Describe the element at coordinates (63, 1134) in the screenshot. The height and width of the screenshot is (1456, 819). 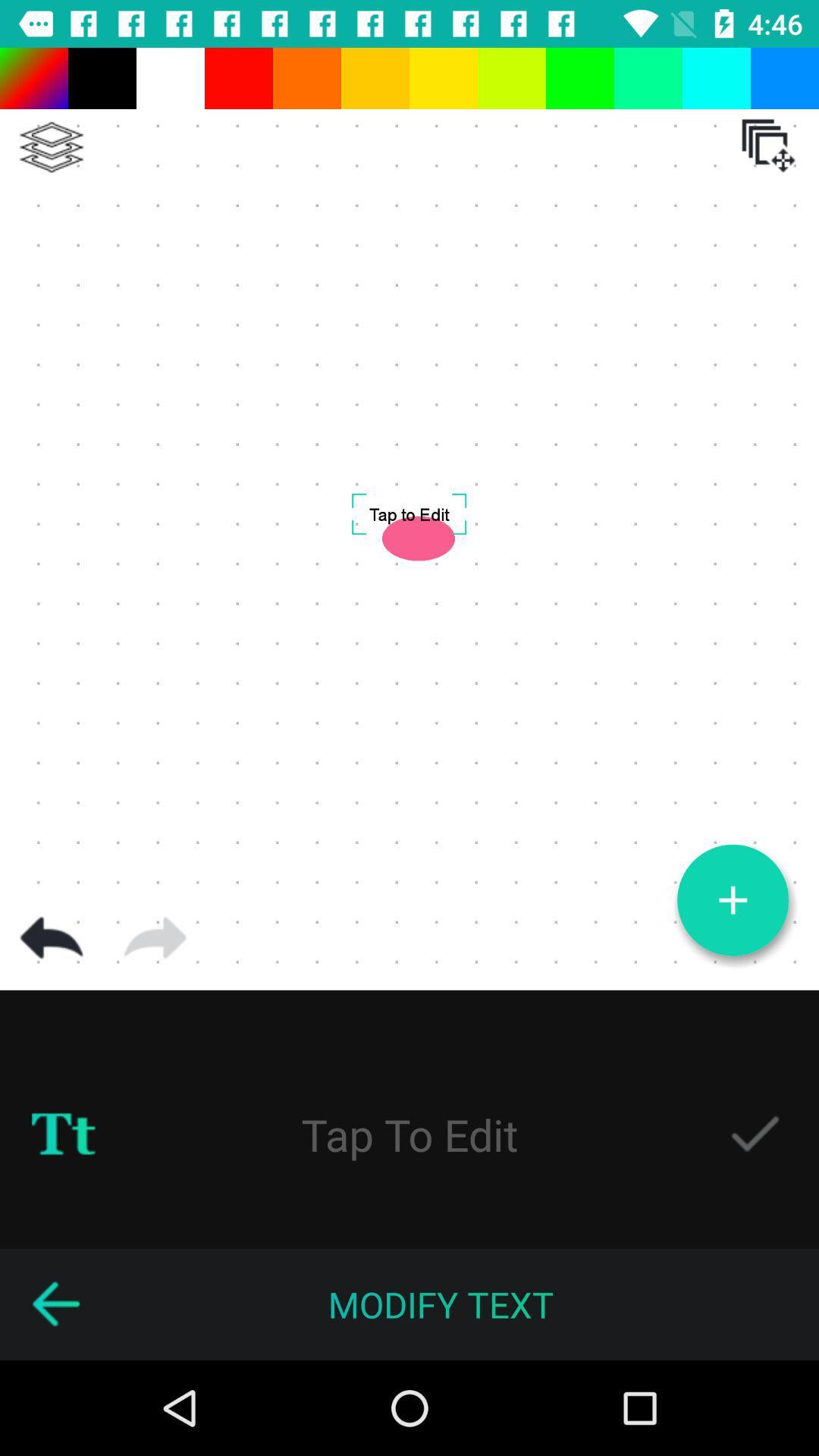
I see `the font icon` at that location.